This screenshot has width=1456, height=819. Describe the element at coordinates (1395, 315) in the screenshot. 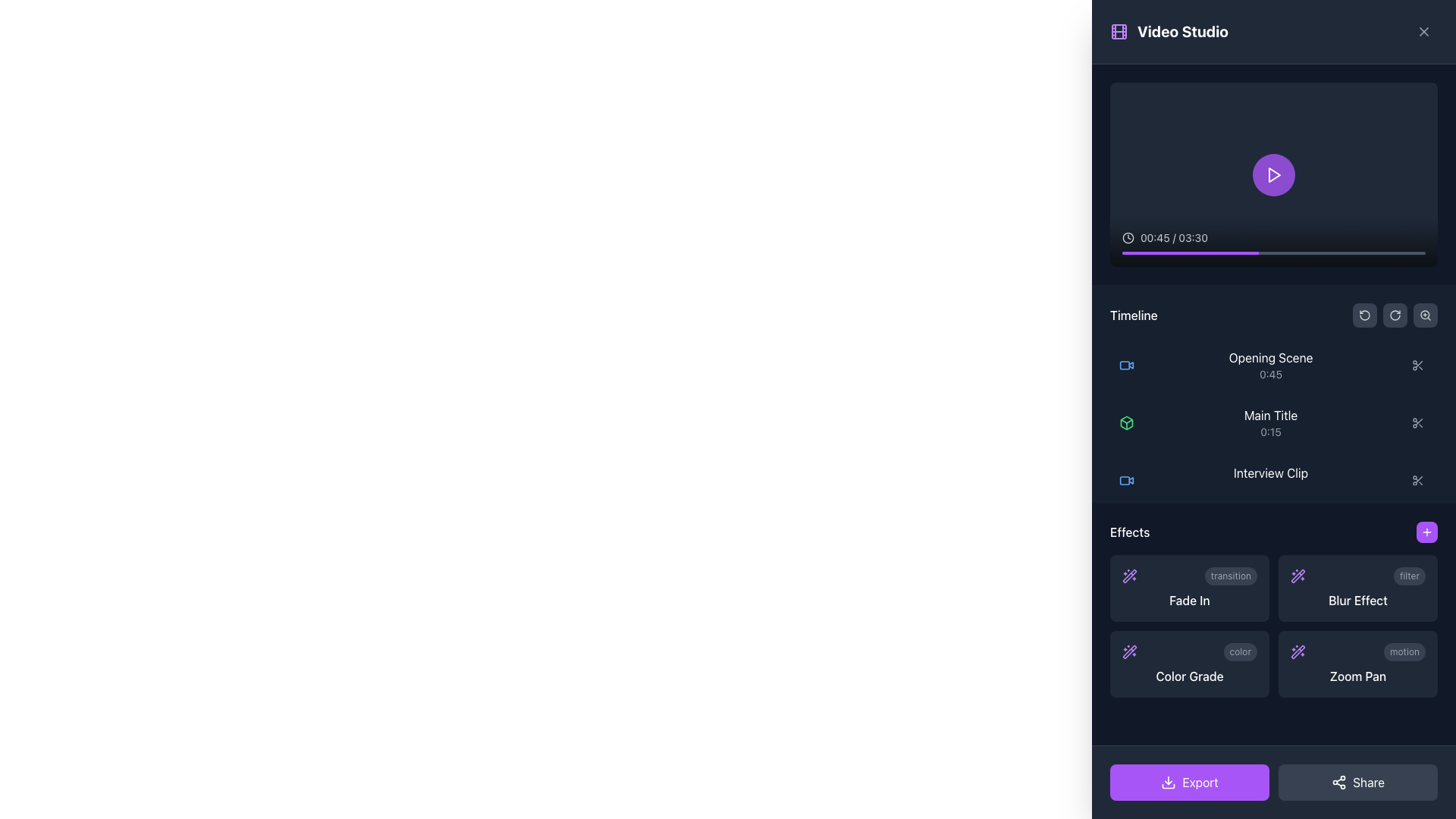

I see `the button with a circular arrow icon located in the middle section of the right sidebar, which is the second button in a sequence of three` at that location.